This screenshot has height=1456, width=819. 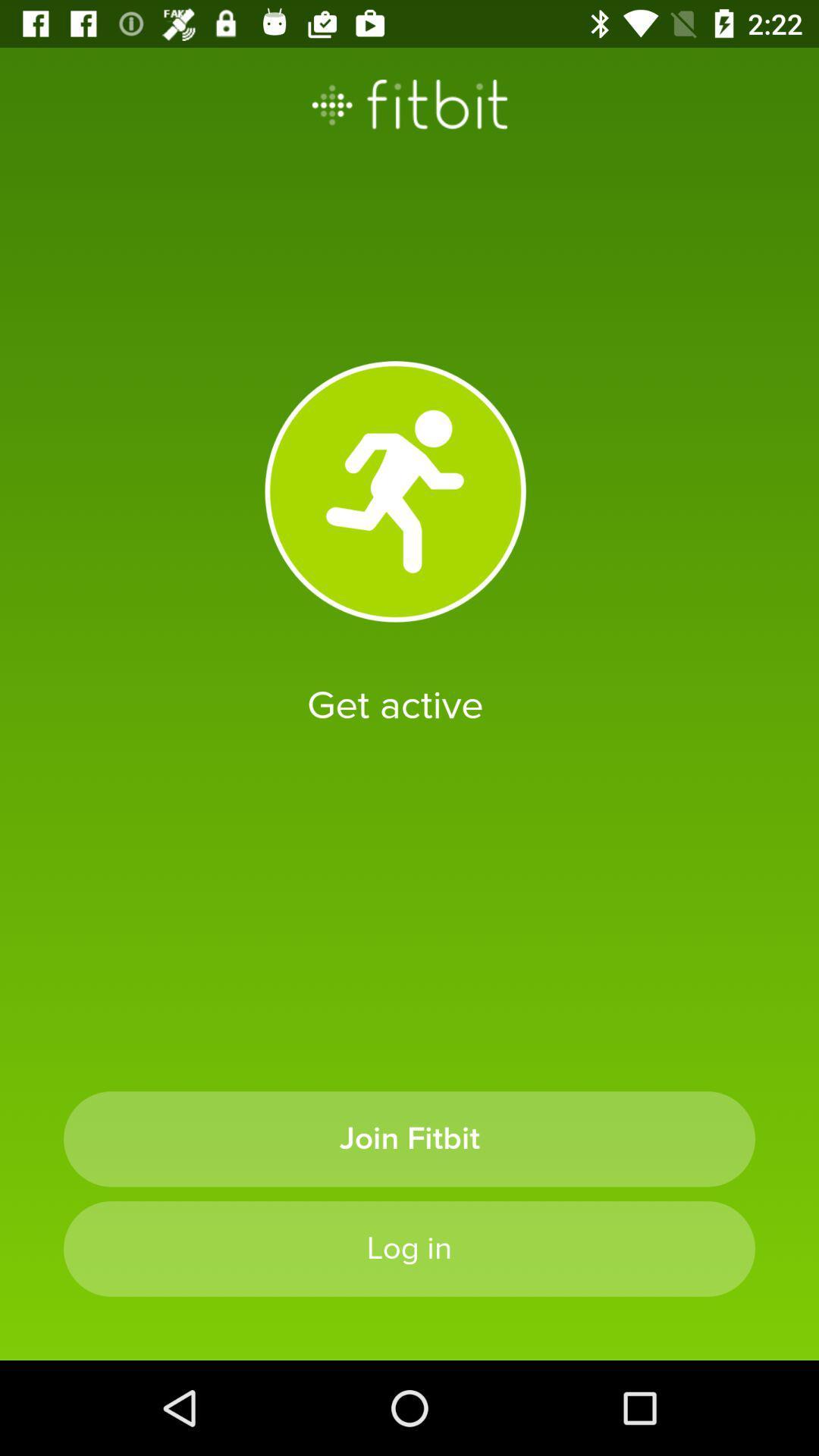 What do you see at coordinates (409, 1139) in the screenshot?
I see `the icon below the get active` at bounding box center [409, 1139].